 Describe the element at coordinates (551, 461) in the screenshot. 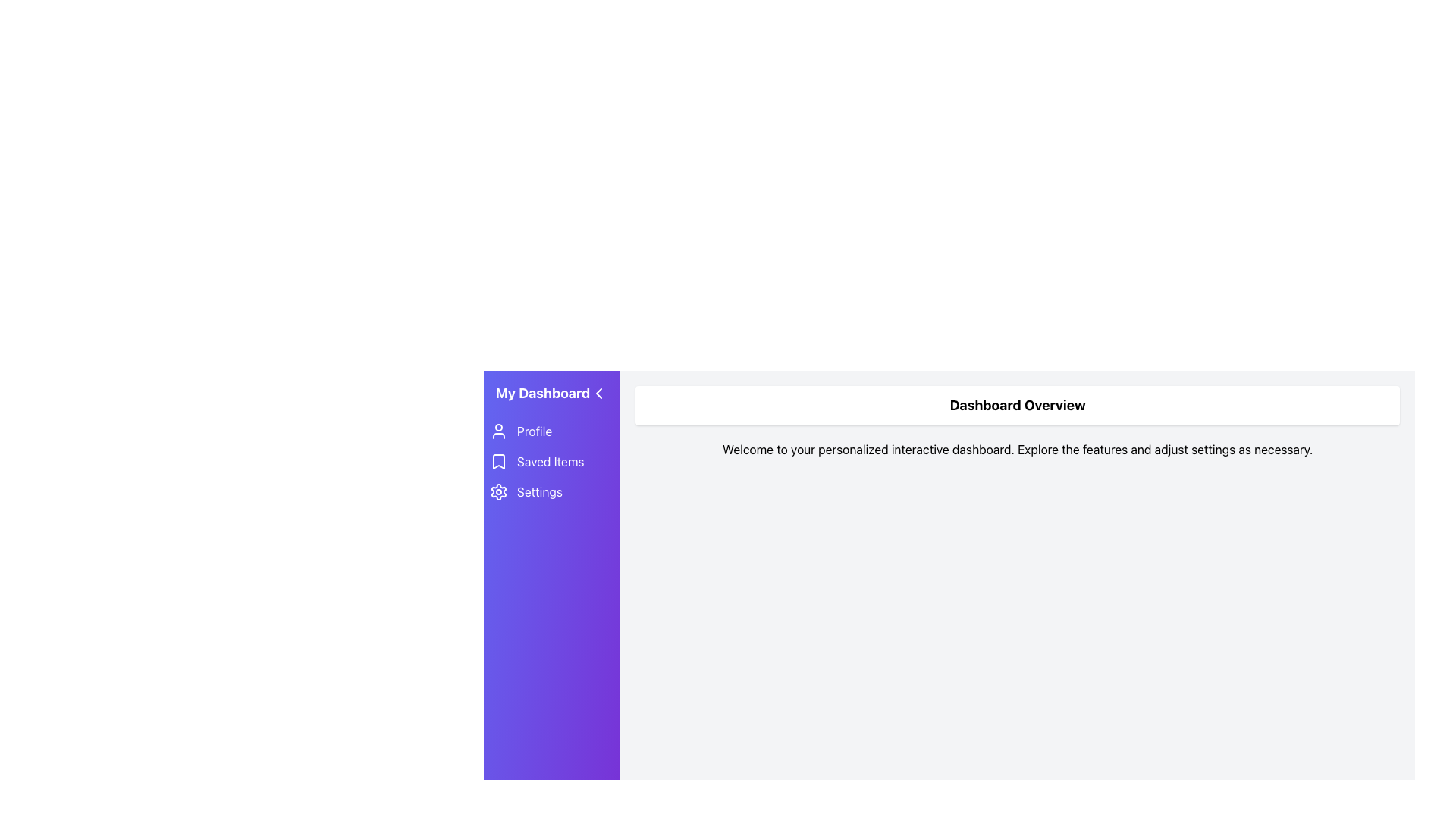

I see `the 'Saved Items' menu item, which is a text label with a bookmark icon, located in the sidebar below 'Profile' and above 'Settings'` at that location.